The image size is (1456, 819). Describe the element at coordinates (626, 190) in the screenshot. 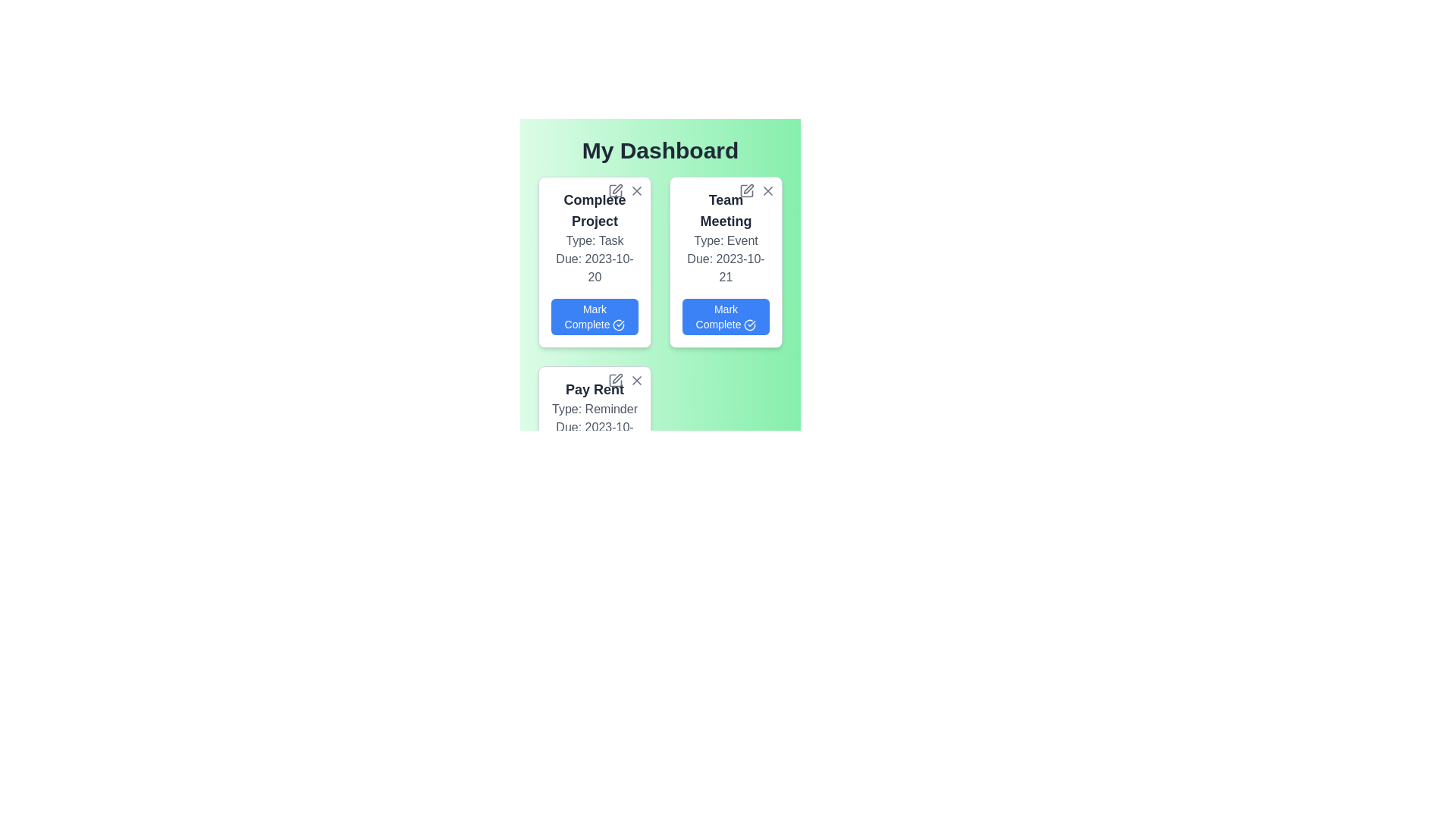

I see `the icon group located in the top right corner of the 'Complete Project' card` at that location.